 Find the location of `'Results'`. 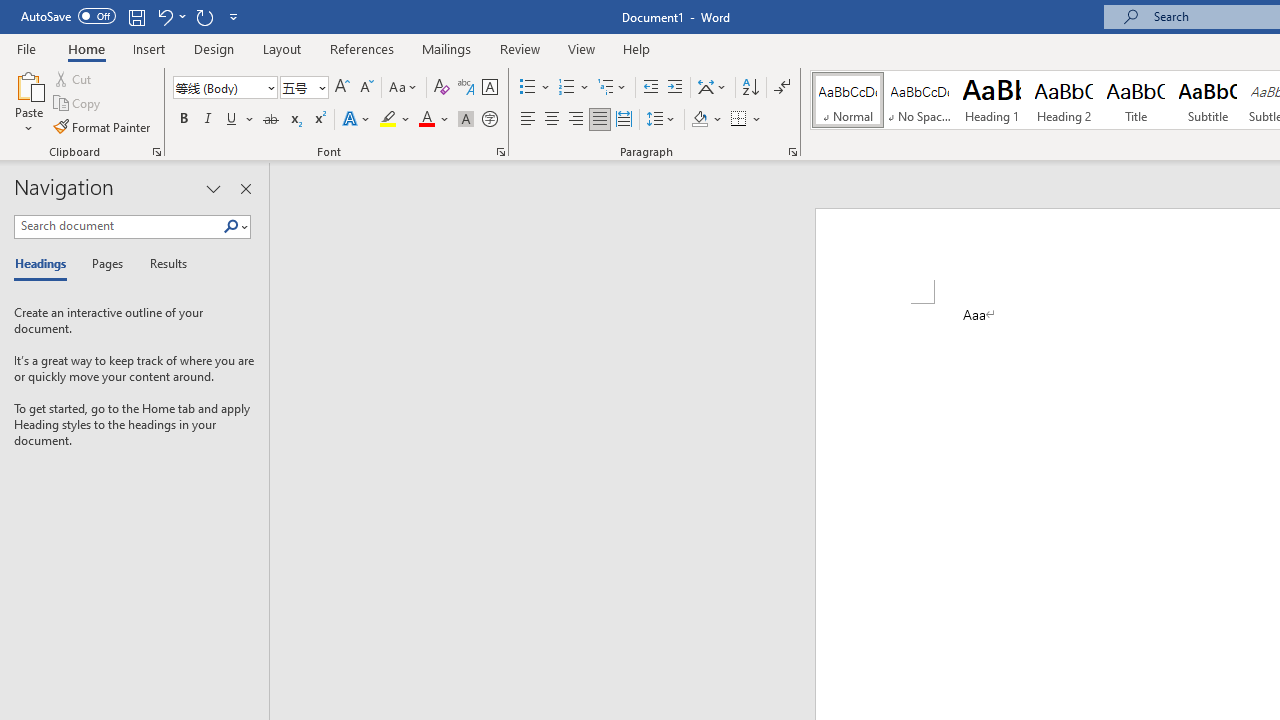

'Results' is located at coordinates (161, 264).